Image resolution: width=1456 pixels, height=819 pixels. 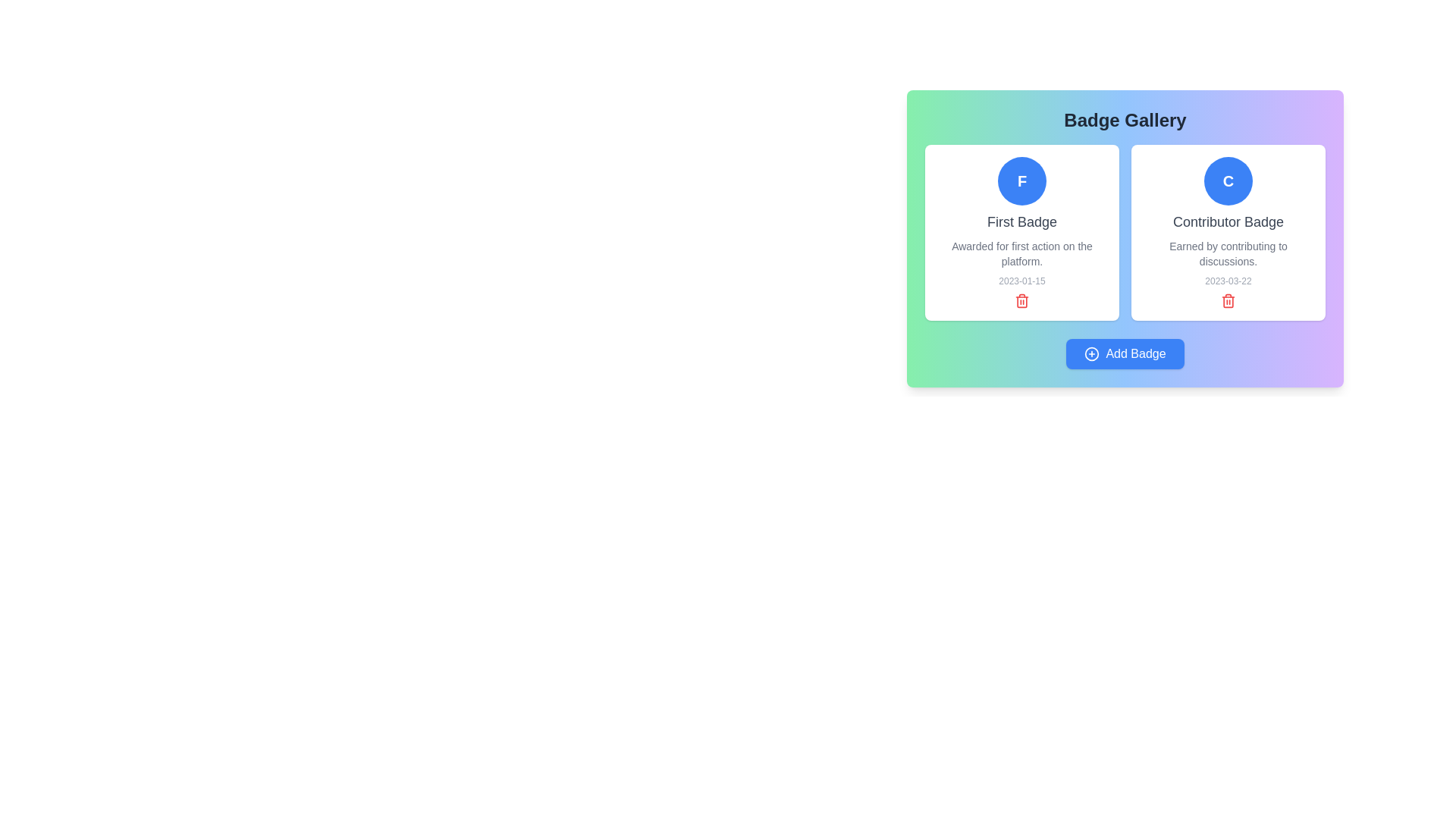 What do you see at coordinates (1022, 281) in the screenshot?
I see `the date display label located at the bottom of the left badge card in the 'Badge Gallery' section, which indicates when the badge was awarded` at bounding box center [1022, 281].